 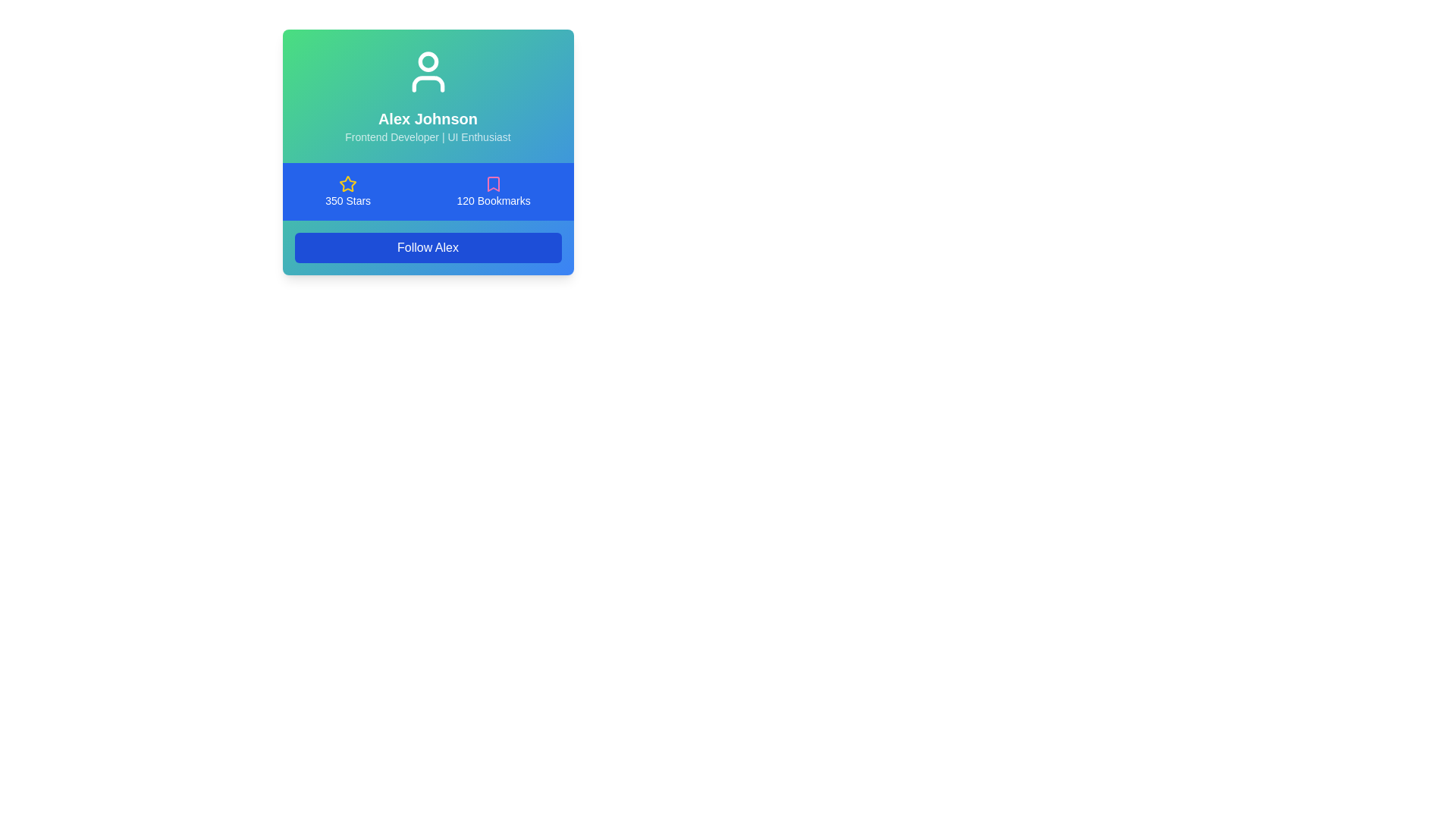 What do you see at coordinates (347, 183) in the screenshot?
I see `the first star icon representing '350 Stars' in the blue section` at bounding box center [347, 183].